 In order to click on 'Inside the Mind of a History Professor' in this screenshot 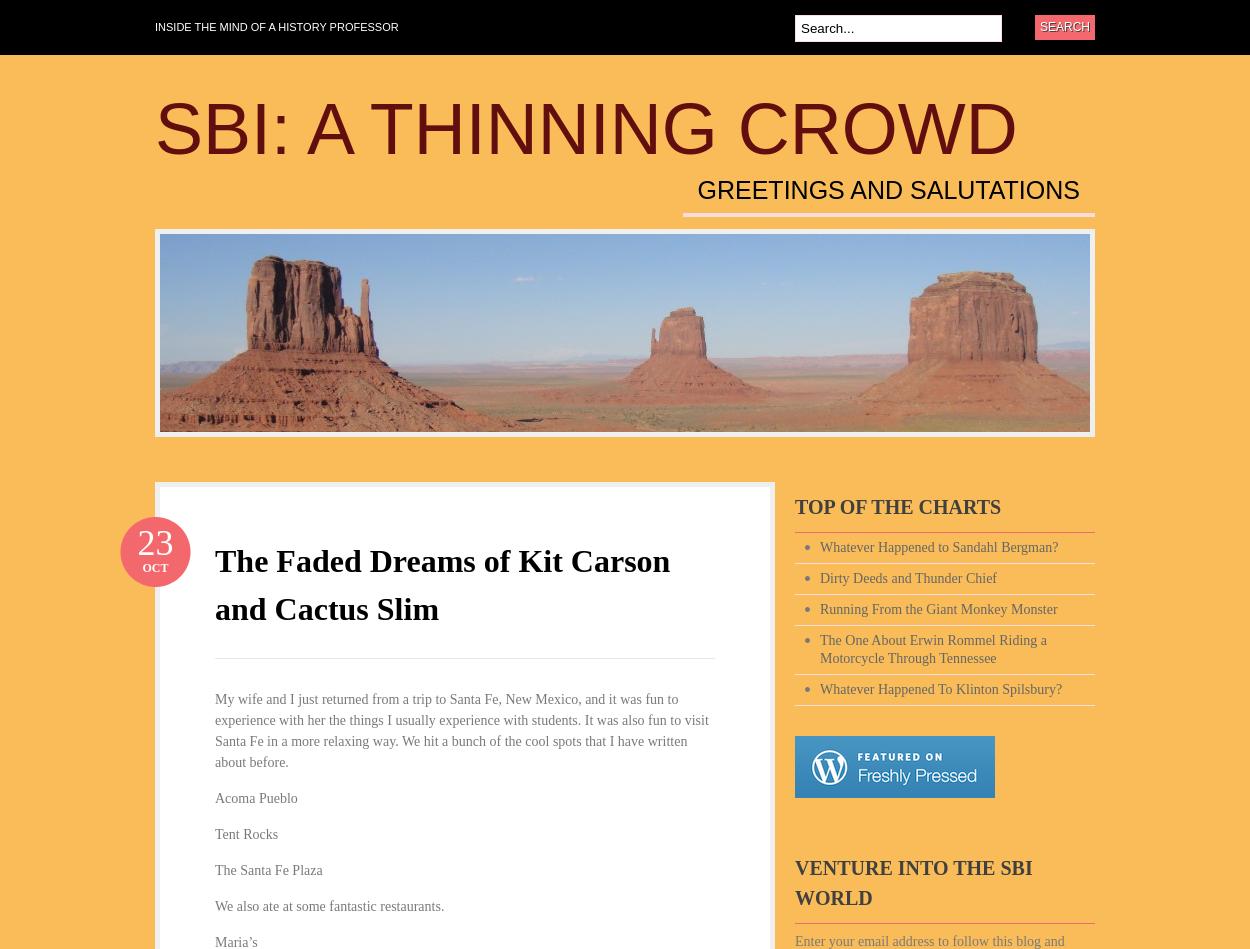, I will do `click(276, 27)`.